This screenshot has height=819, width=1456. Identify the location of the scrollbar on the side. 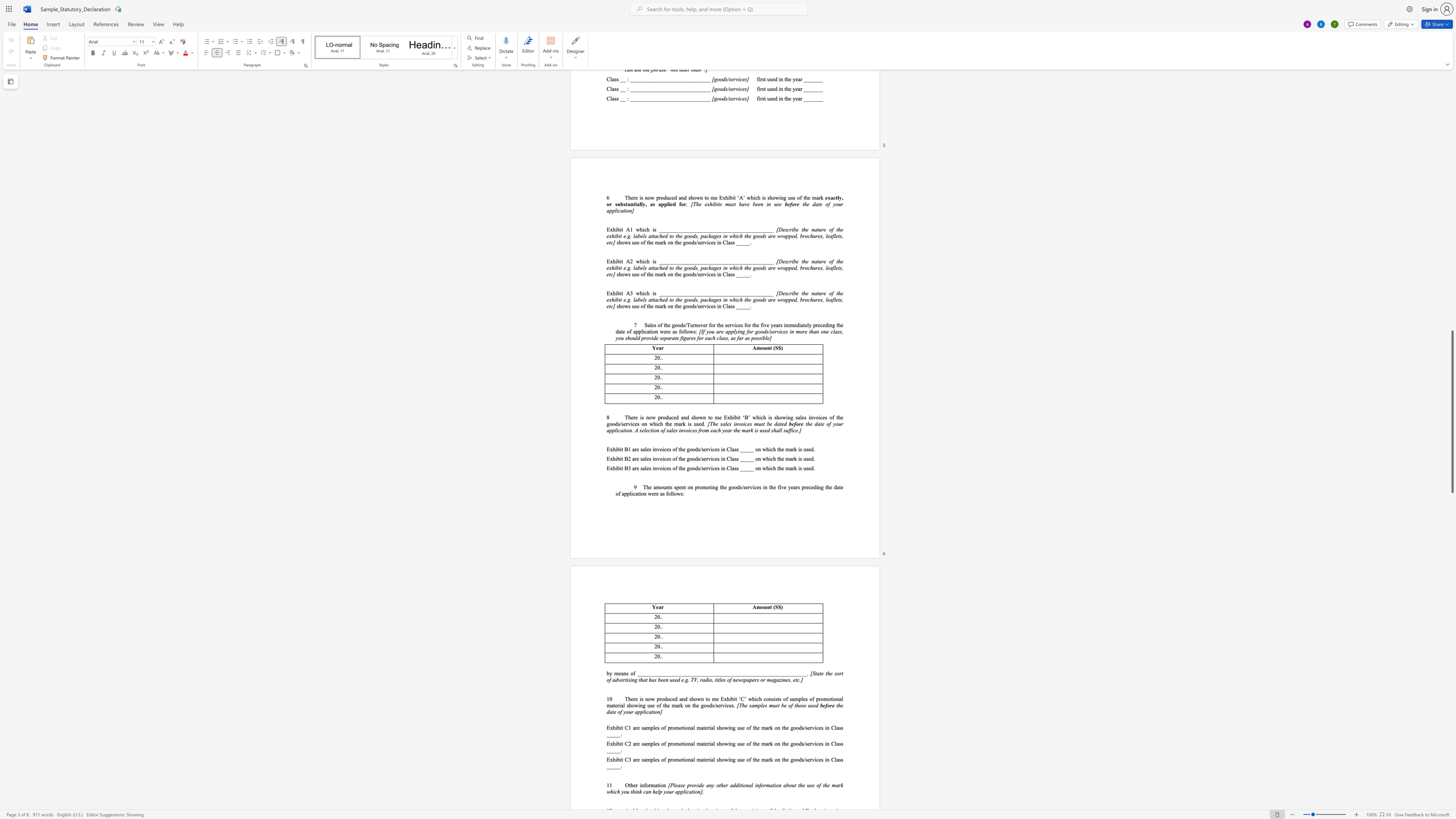
(1451, 375).